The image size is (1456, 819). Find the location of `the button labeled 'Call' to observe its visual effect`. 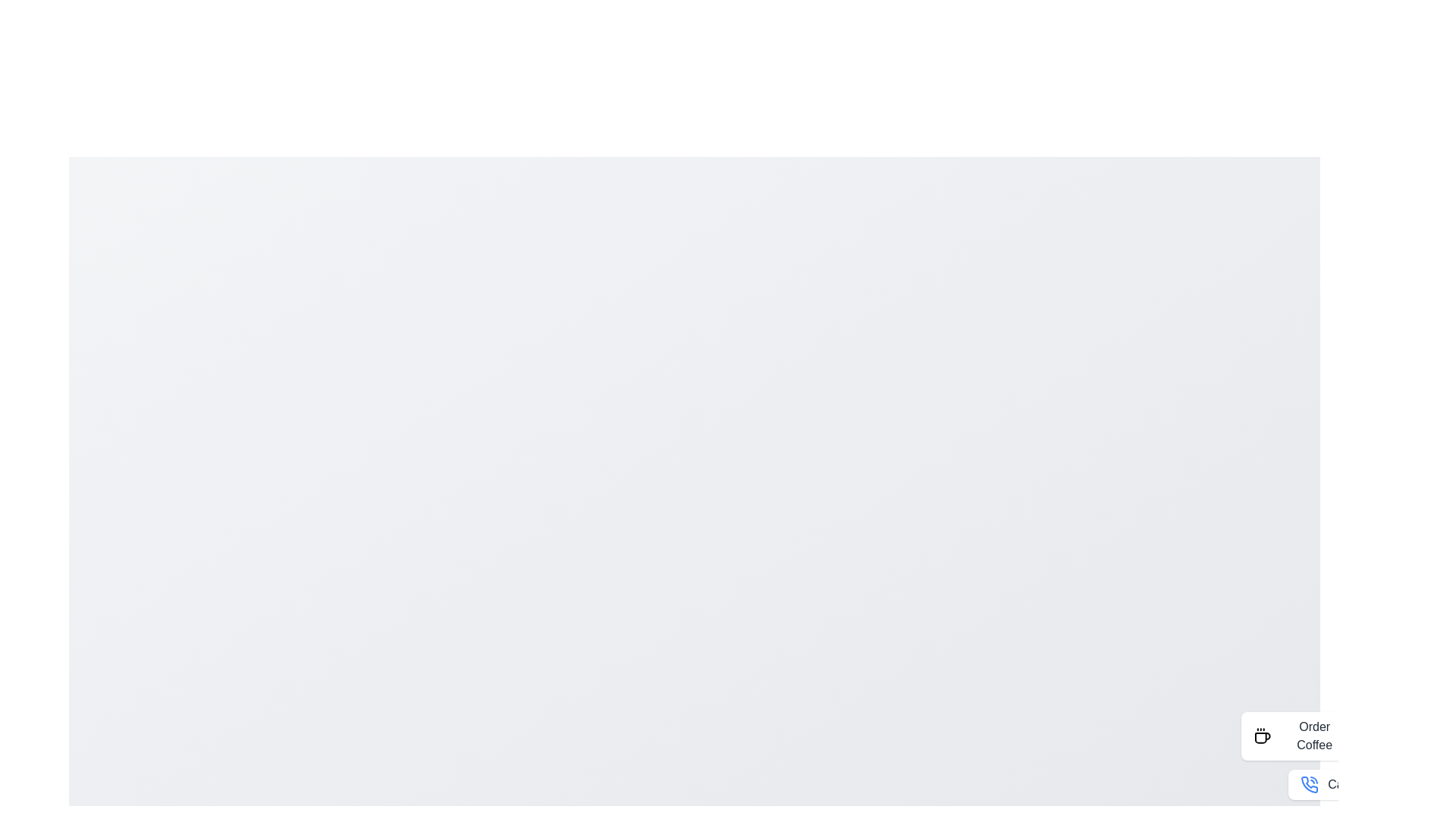

the button labeled 'Call' to observe its visual effect is located at coordinates (1324, 784).